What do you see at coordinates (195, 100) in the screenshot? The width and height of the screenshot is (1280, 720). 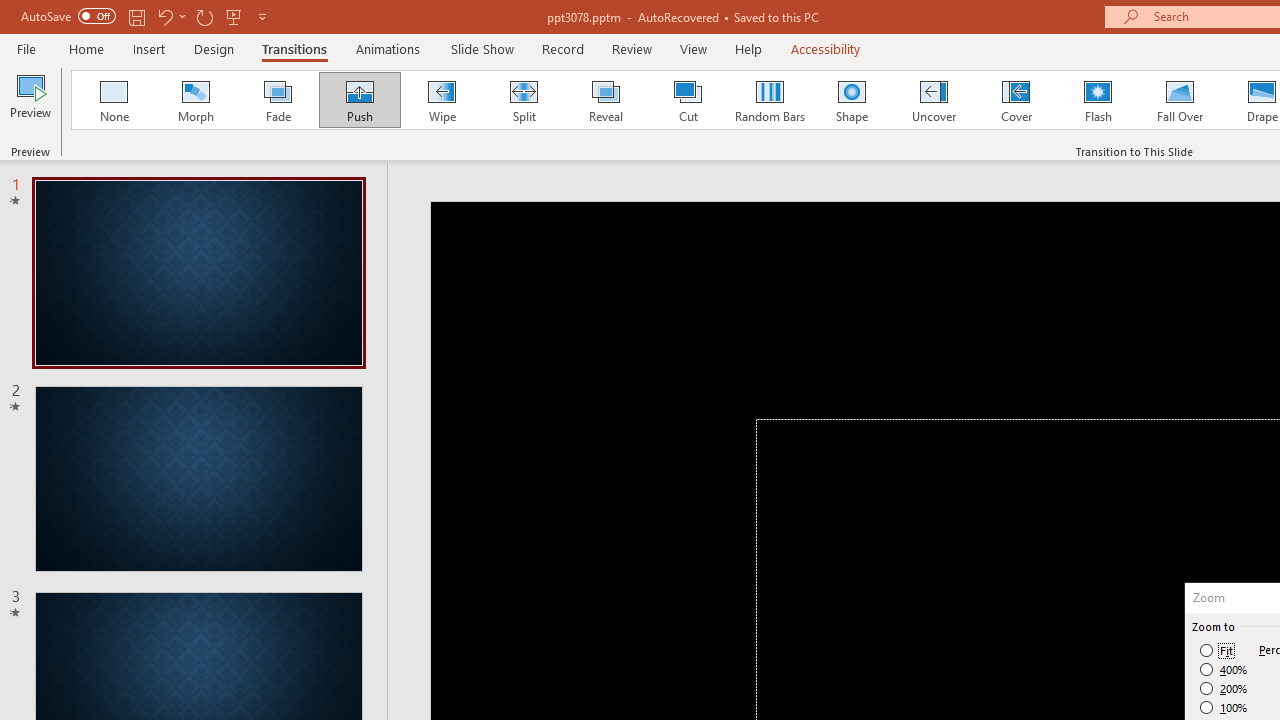 I see `'Morph'` at bounding box center [195, 100].